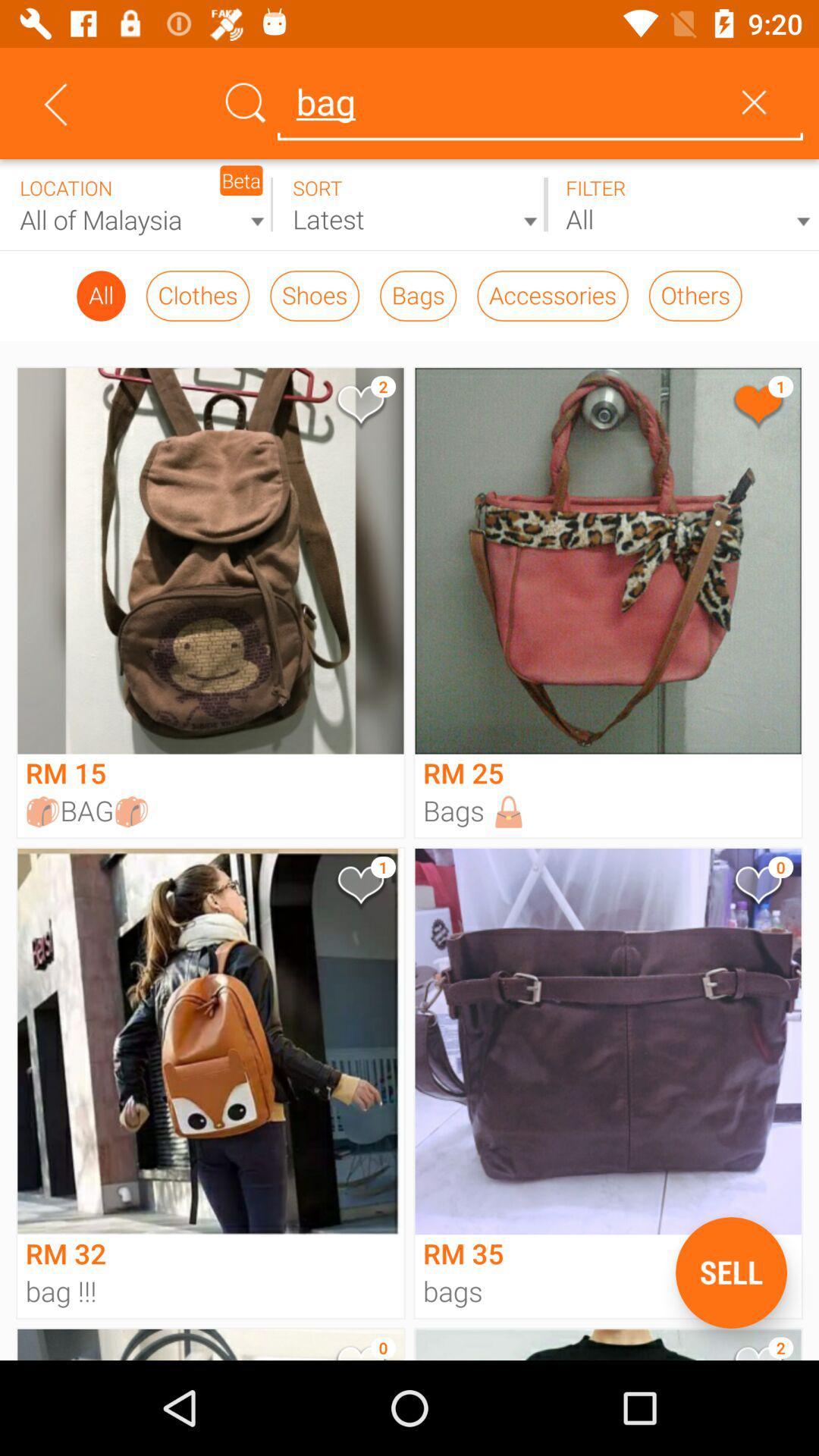  What do you see at coordinates (359, 888) in the screenshot?
I see `mark as favorite` at bounding box center [359, 888].